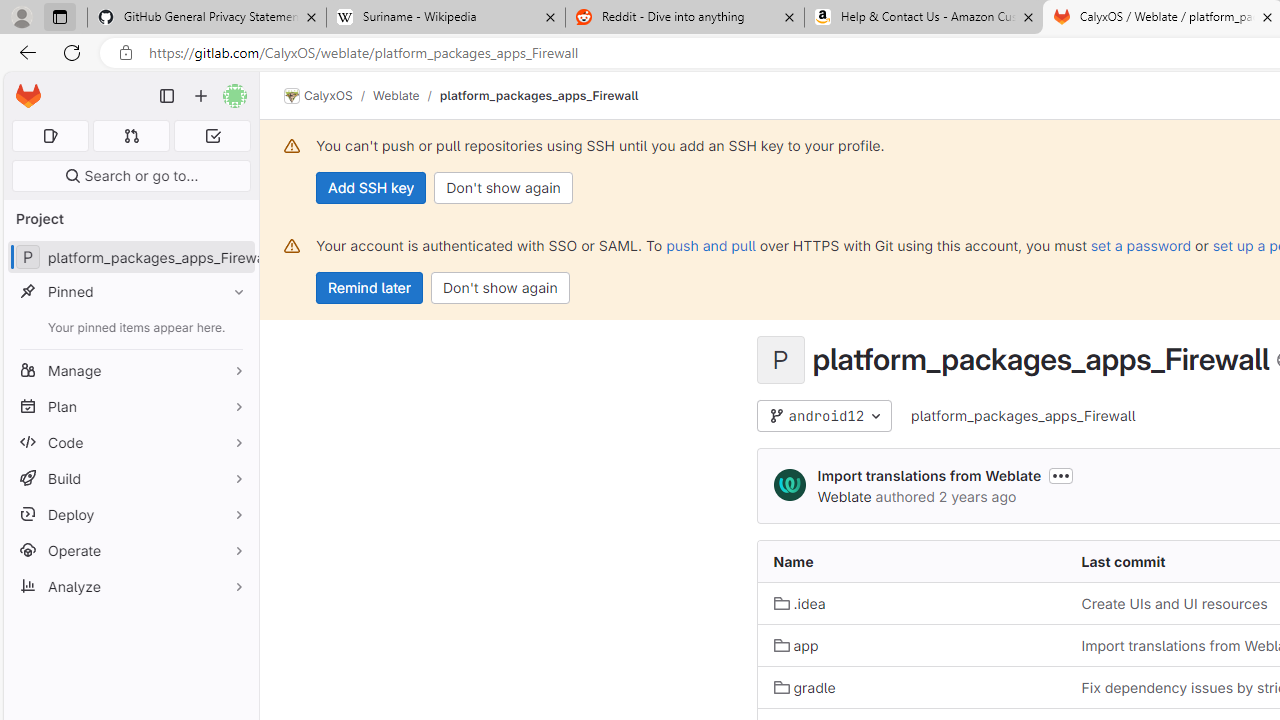 The image size is (1280, 720). Describe the element at coordinates (130, 513) in the screenshot. I see `'Deploy'` at that location.